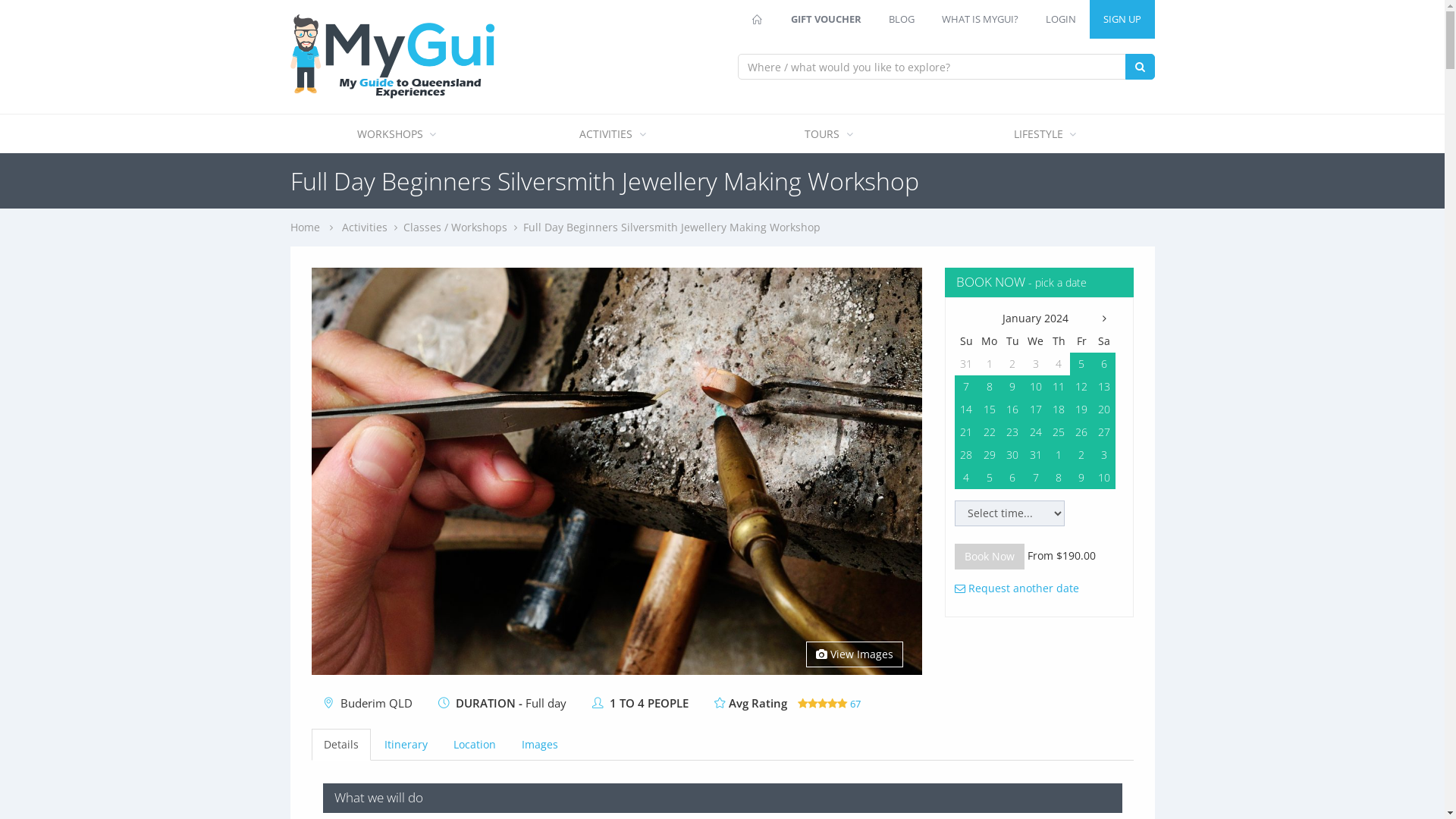 This screenshot has width=1456, height=819. What do you see at coordinates (303, 227) in the screenshot?
I see `'Home'` at bounding box center [303, 227].